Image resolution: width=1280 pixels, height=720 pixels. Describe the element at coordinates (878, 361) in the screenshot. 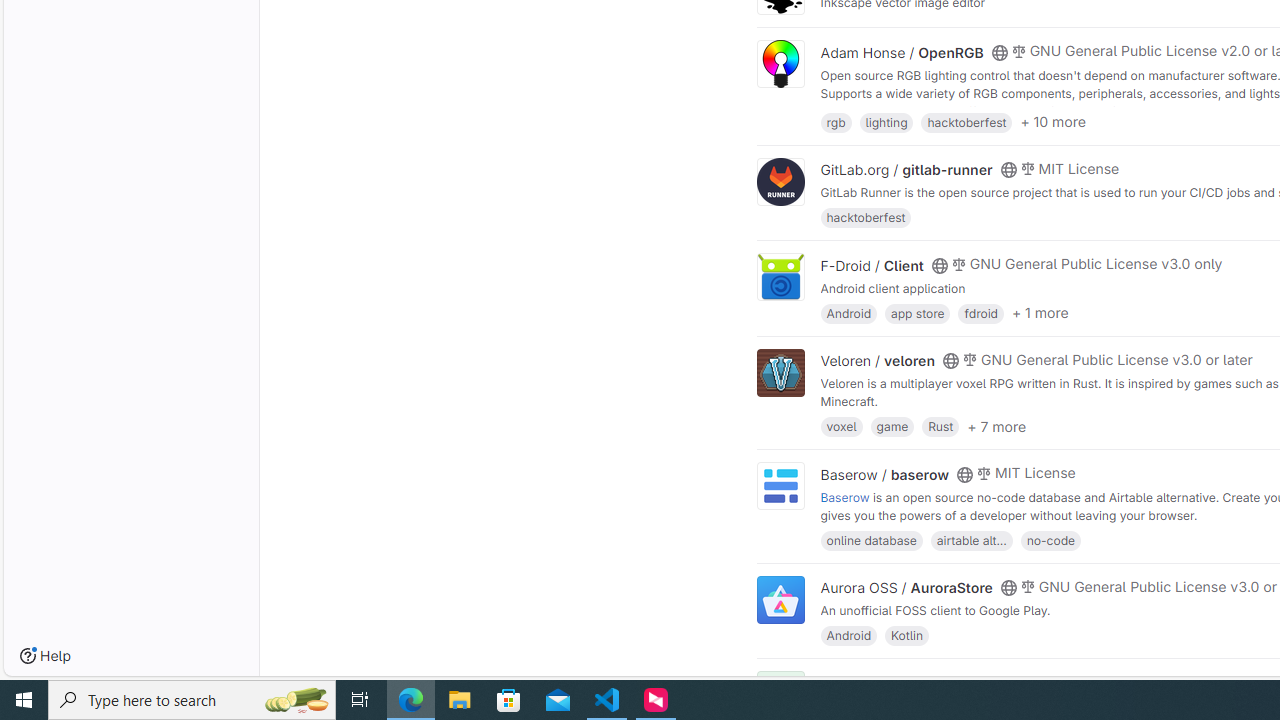

I see `'Veloren / veloren'` at that location.